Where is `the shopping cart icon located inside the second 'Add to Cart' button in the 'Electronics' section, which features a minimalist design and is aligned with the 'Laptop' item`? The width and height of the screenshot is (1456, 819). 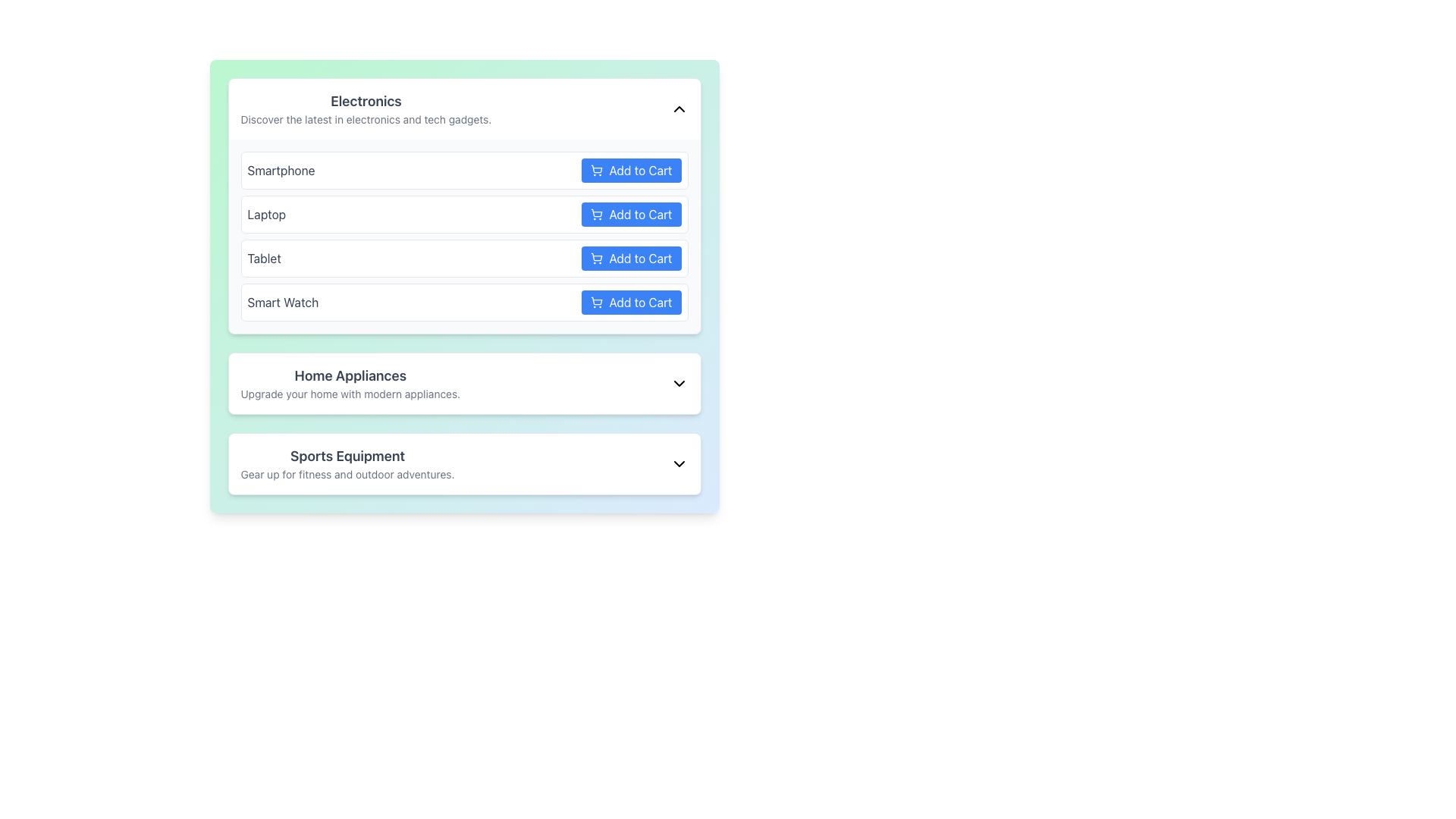
the shopping cart icon located inside the second 'Add to Cart' button in the 'Electronics' section, which features a minimalist design and is aligned with the 'Laptop' item is located at coordinates (596, 214).